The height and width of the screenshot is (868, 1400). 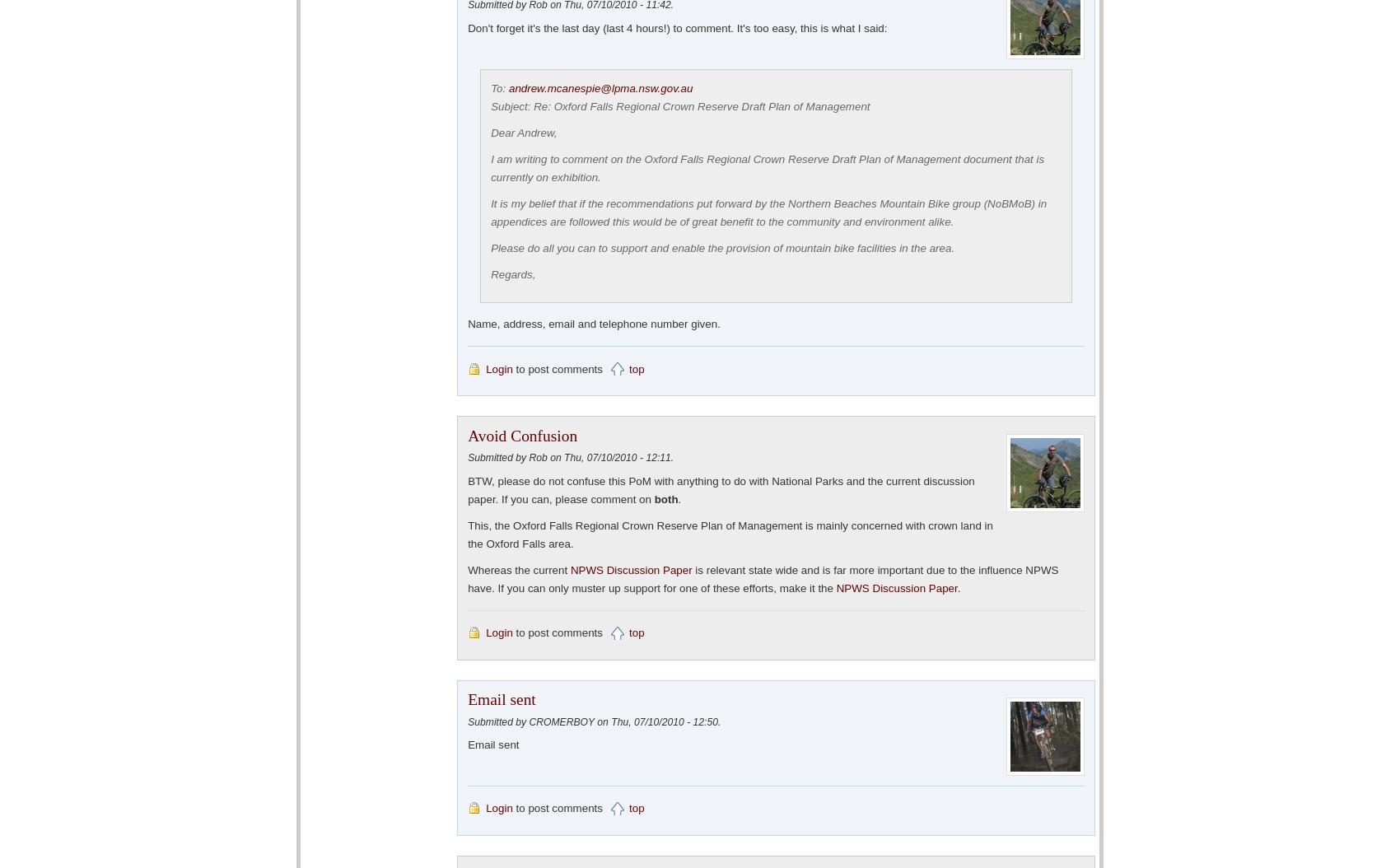 I want to click on 'Avoid Confusion', so click(x=466, y=435).